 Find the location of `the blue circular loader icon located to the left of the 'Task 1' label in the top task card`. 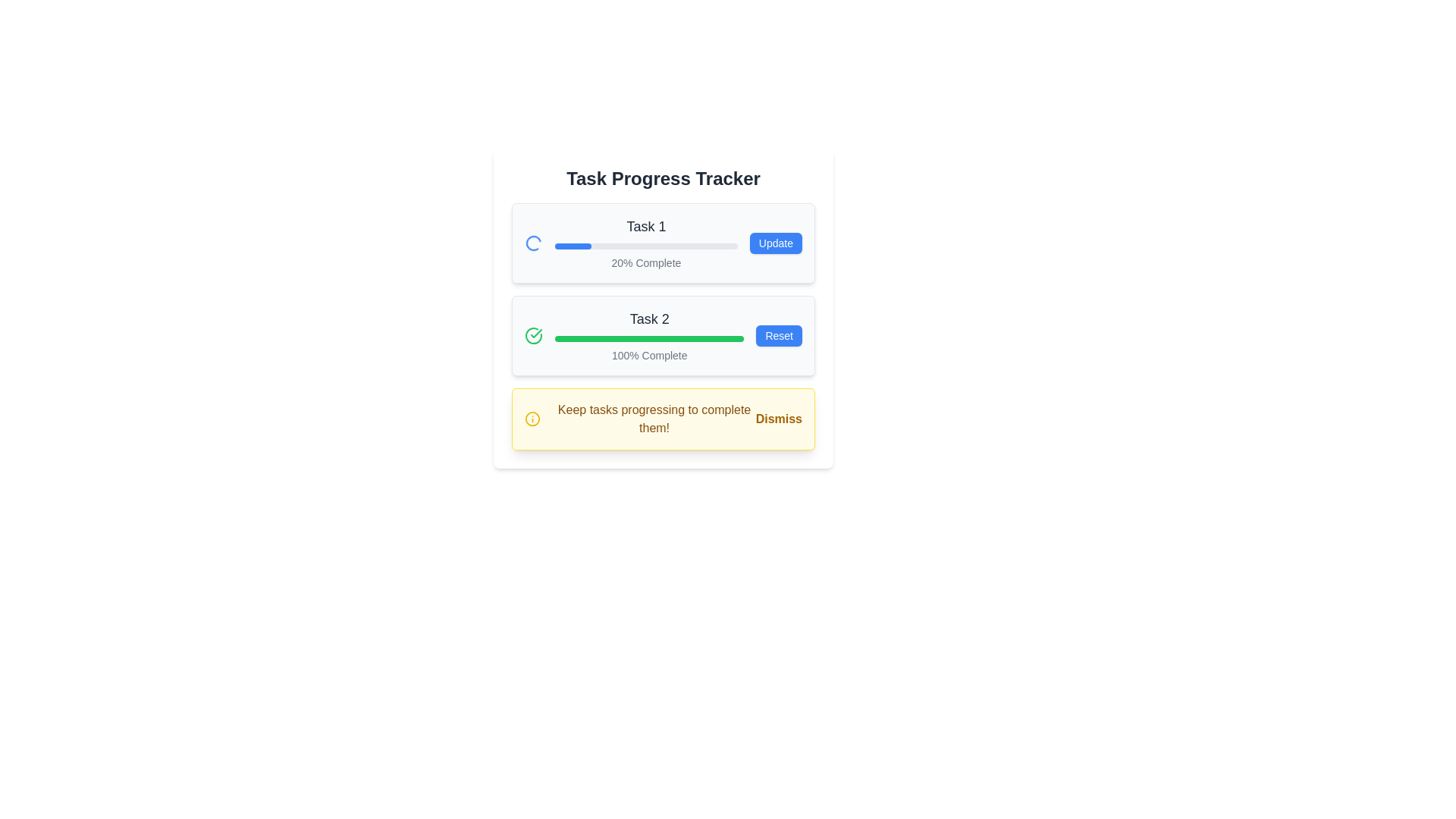

the blue circular loader icon located to the left of the 'Task 1' label in the top task card is located at coordinates (534, 242).